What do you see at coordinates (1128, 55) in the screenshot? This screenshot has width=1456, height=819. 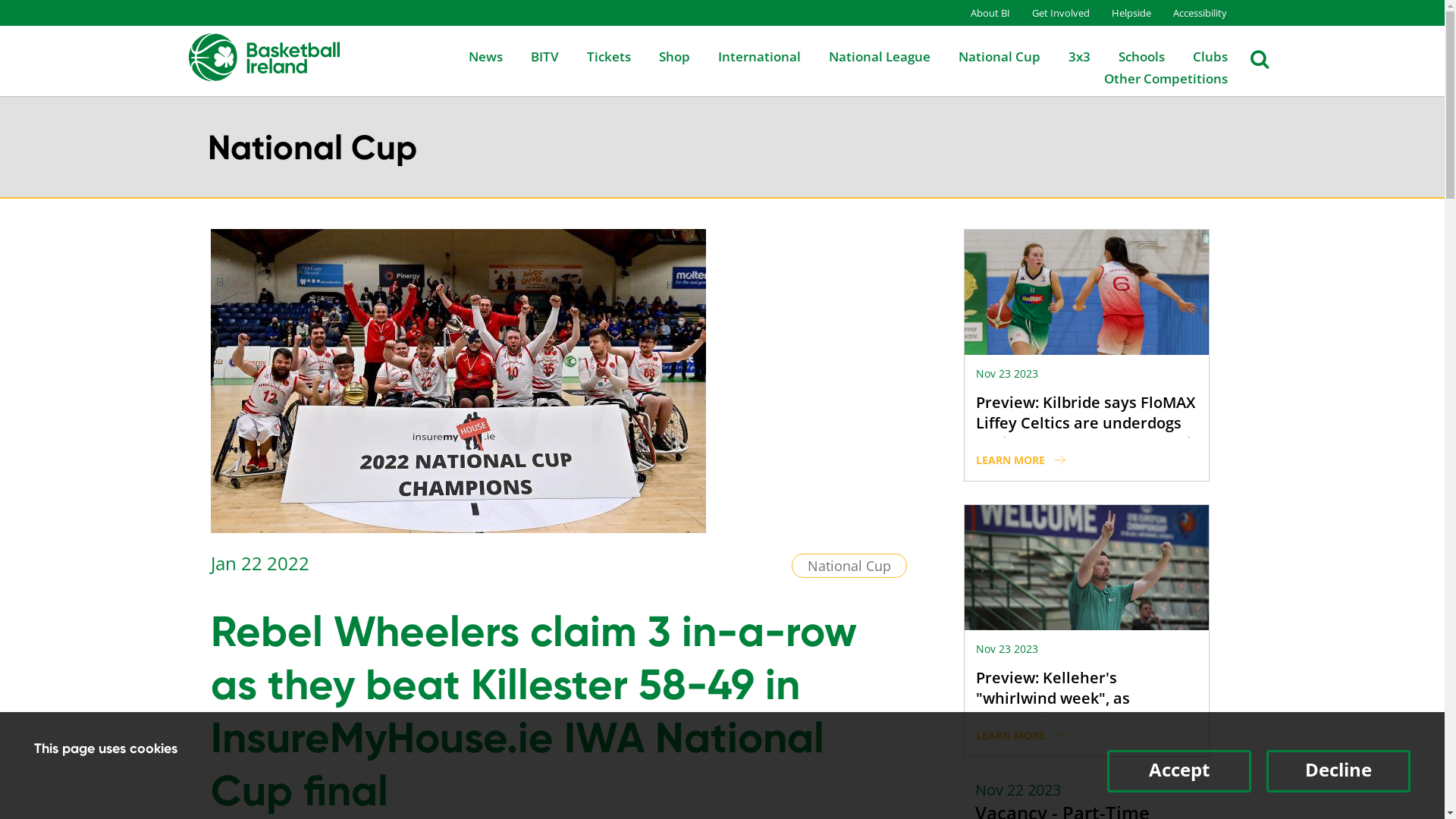 I see `'Schools'` at bounding box center [1128, 55].